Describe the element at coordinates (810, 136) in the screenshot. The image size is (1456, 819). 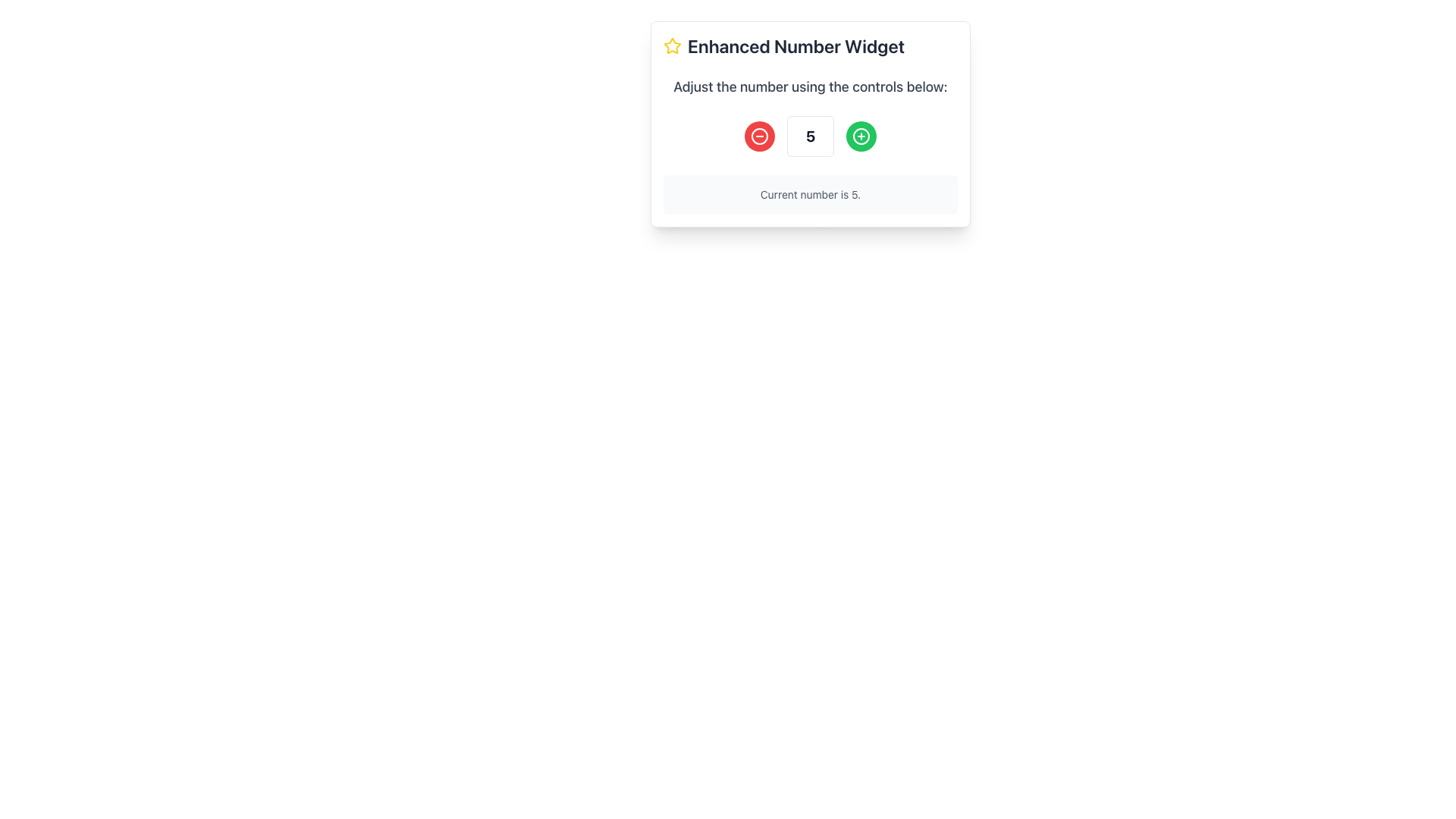
I see `the Text Display element that shows the current numeric value in the Enhanced Number Widget, located between the red '-' button and the green '+' button` at that location.